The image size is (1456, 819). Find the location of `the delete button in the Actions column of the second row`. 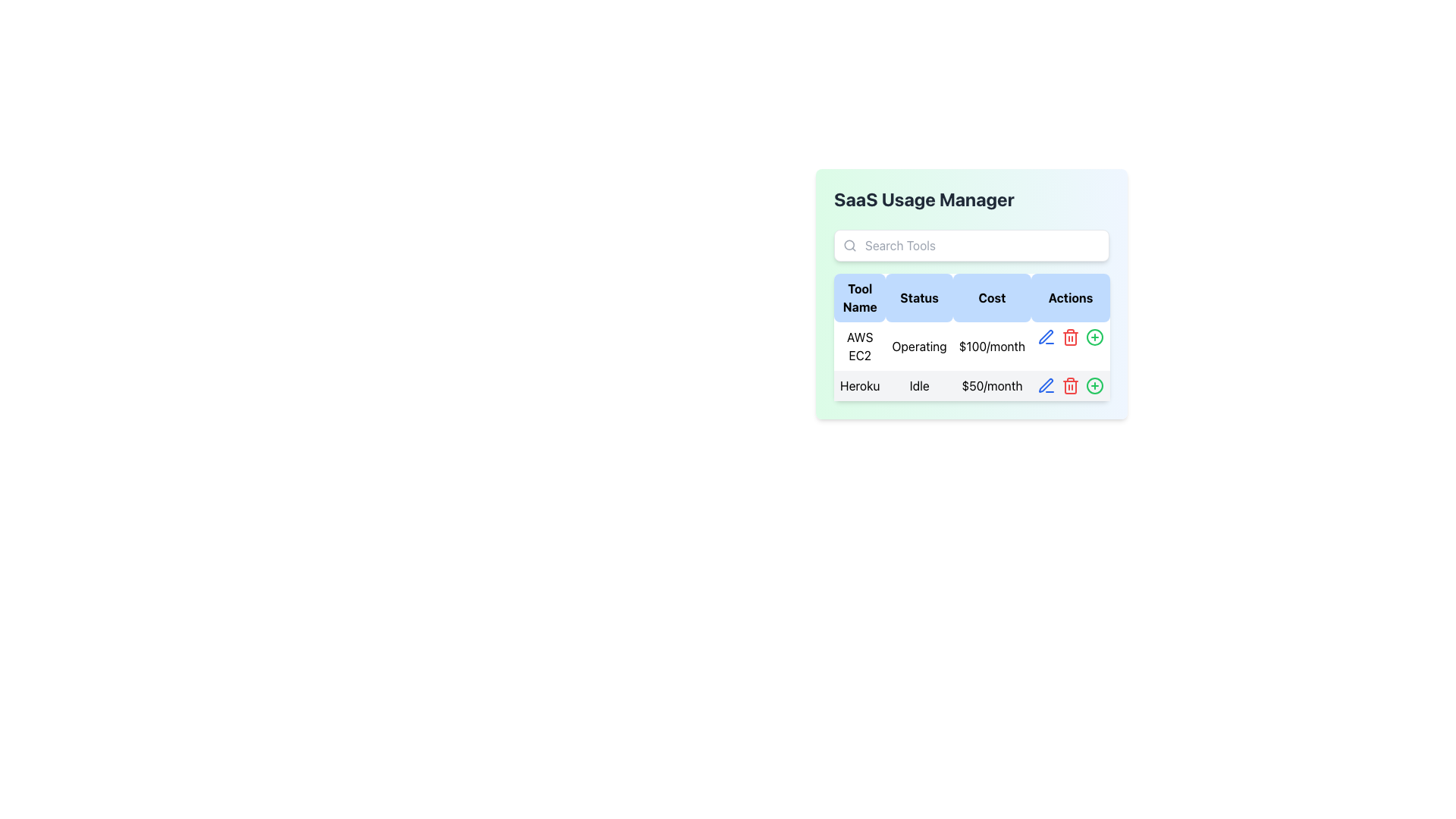

the delete button in the Actions column of the second row is located at coordinates (1069, 336).